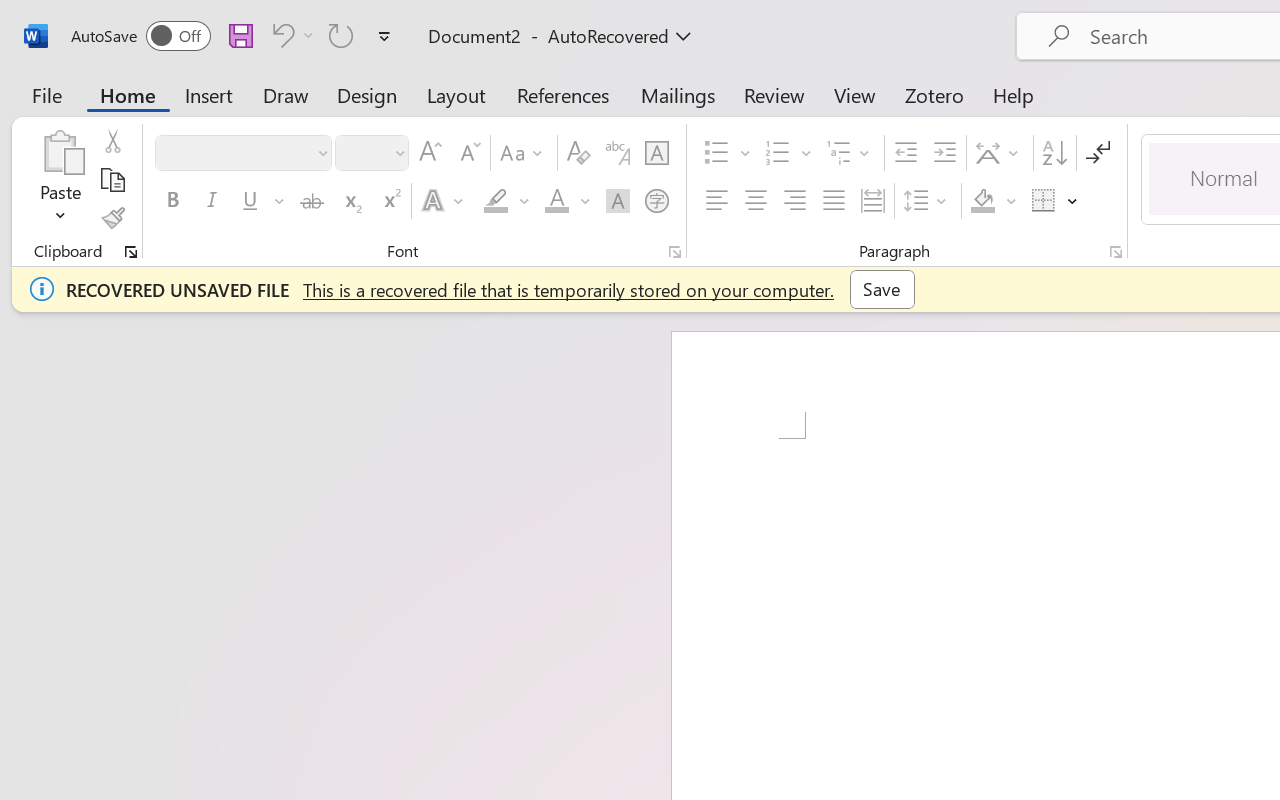  What do you see at coordinates (1097, 153) in the screenshot?
I see `'Show/Hide Editing Marks'` at bounding box center [1097, 153].